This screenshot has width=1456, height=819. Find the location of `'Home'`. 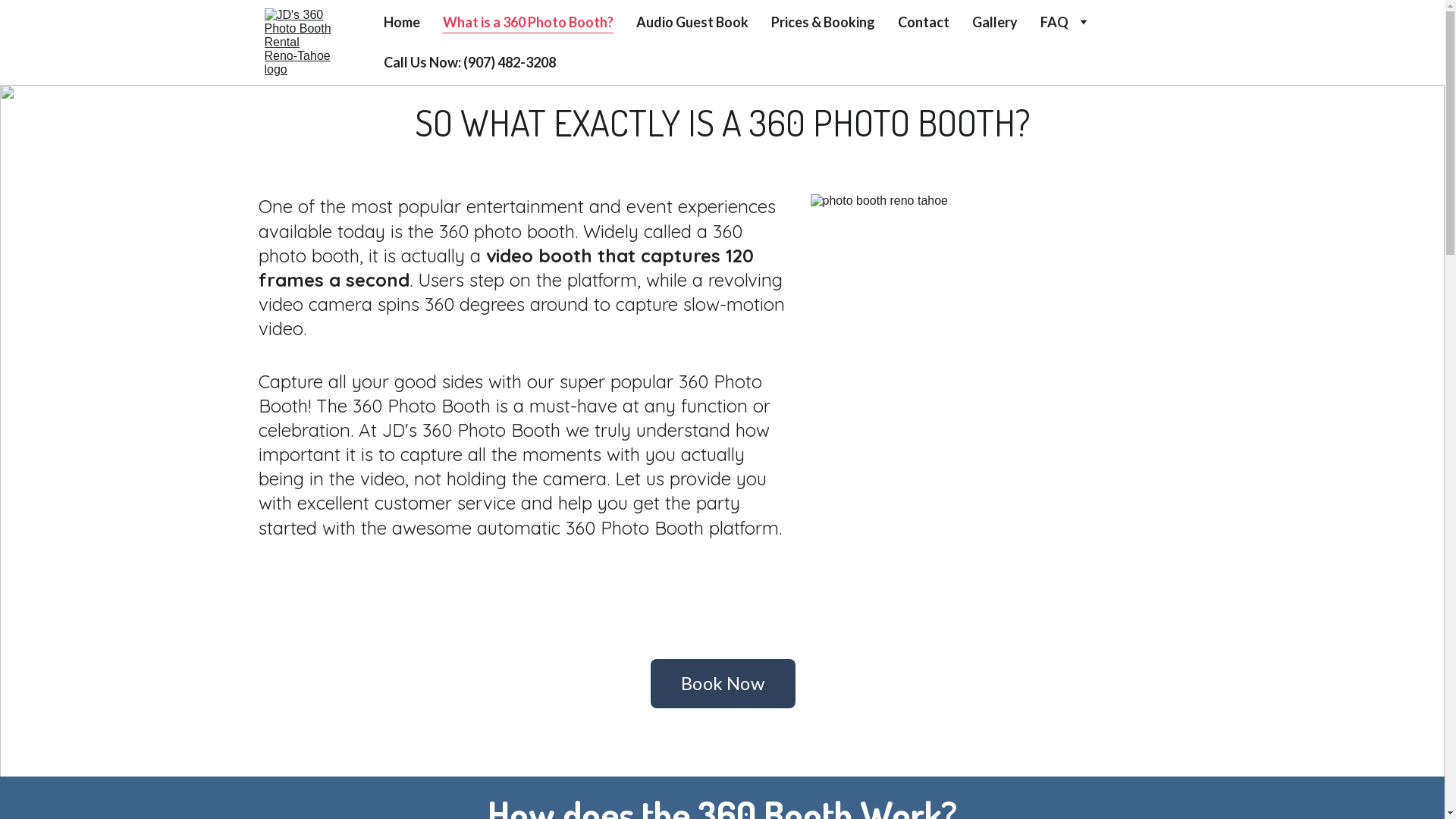

'Home' is located at coordinates (401, 22).